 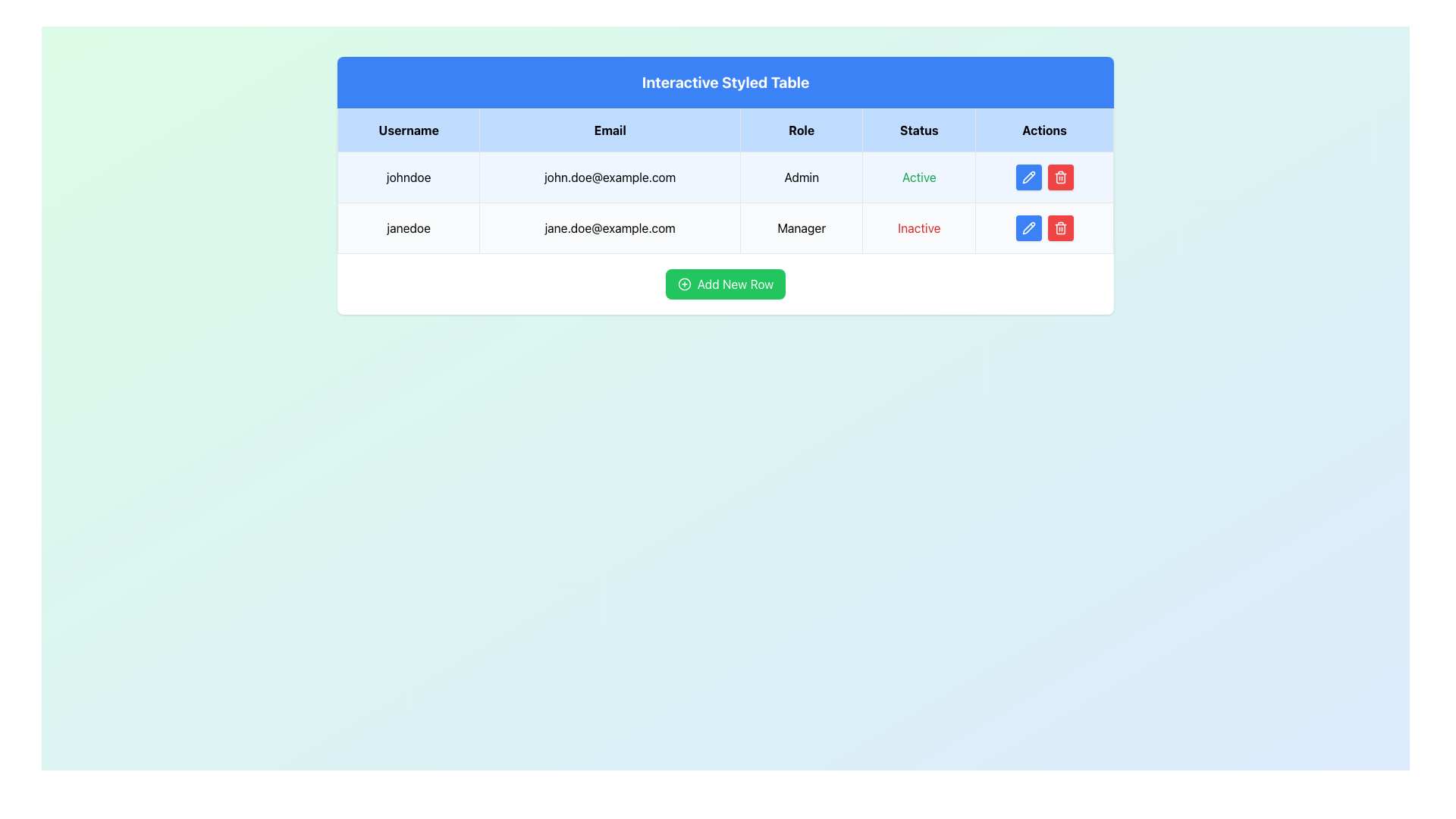 I want to click on the green button labeled 'Add New Row' with a plus icon, so click(x=724, y=284).